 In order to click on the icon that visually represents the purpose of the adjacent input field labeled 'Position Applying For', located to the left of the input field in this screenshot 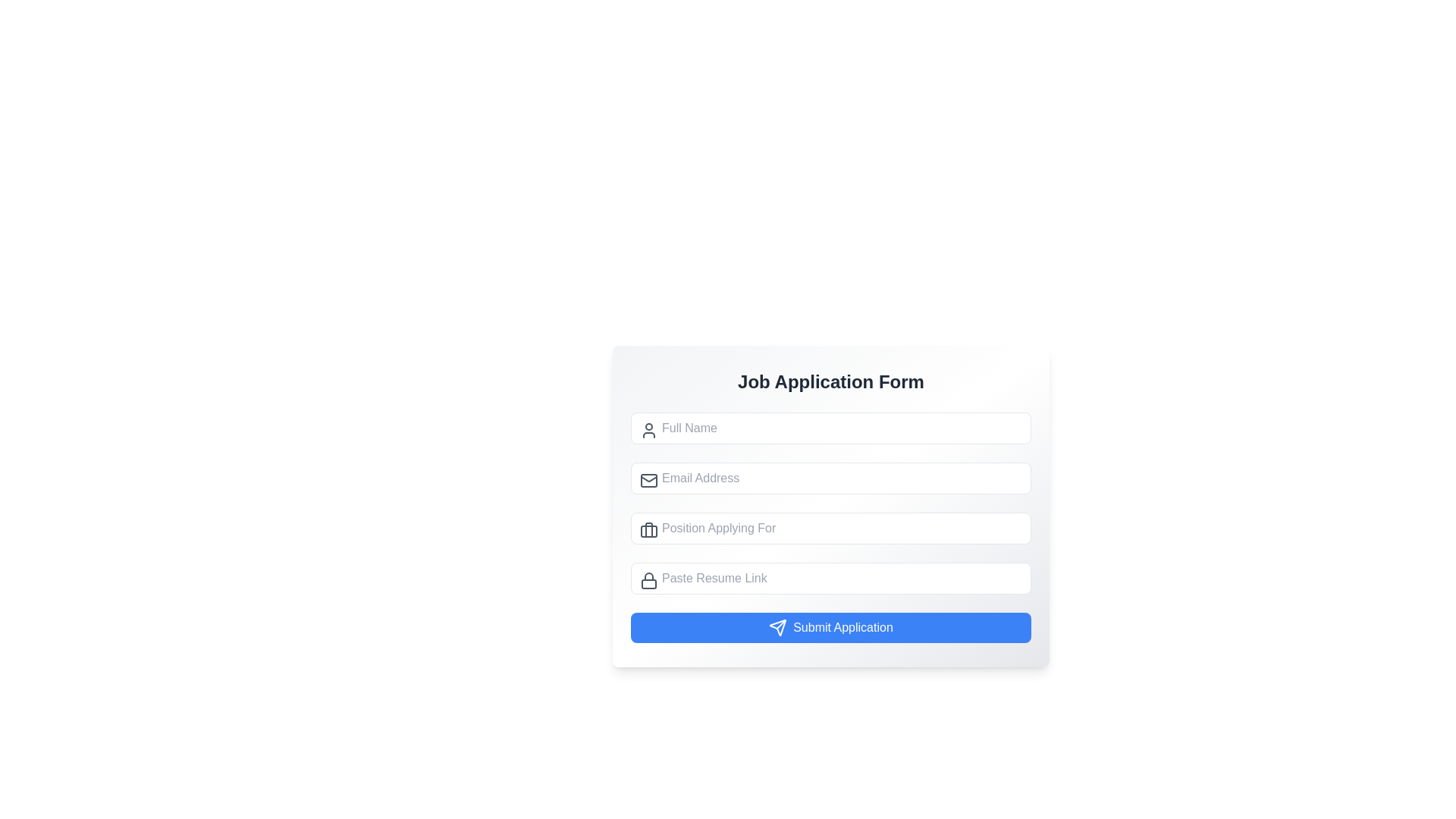, I will do `click(648, 529)`.